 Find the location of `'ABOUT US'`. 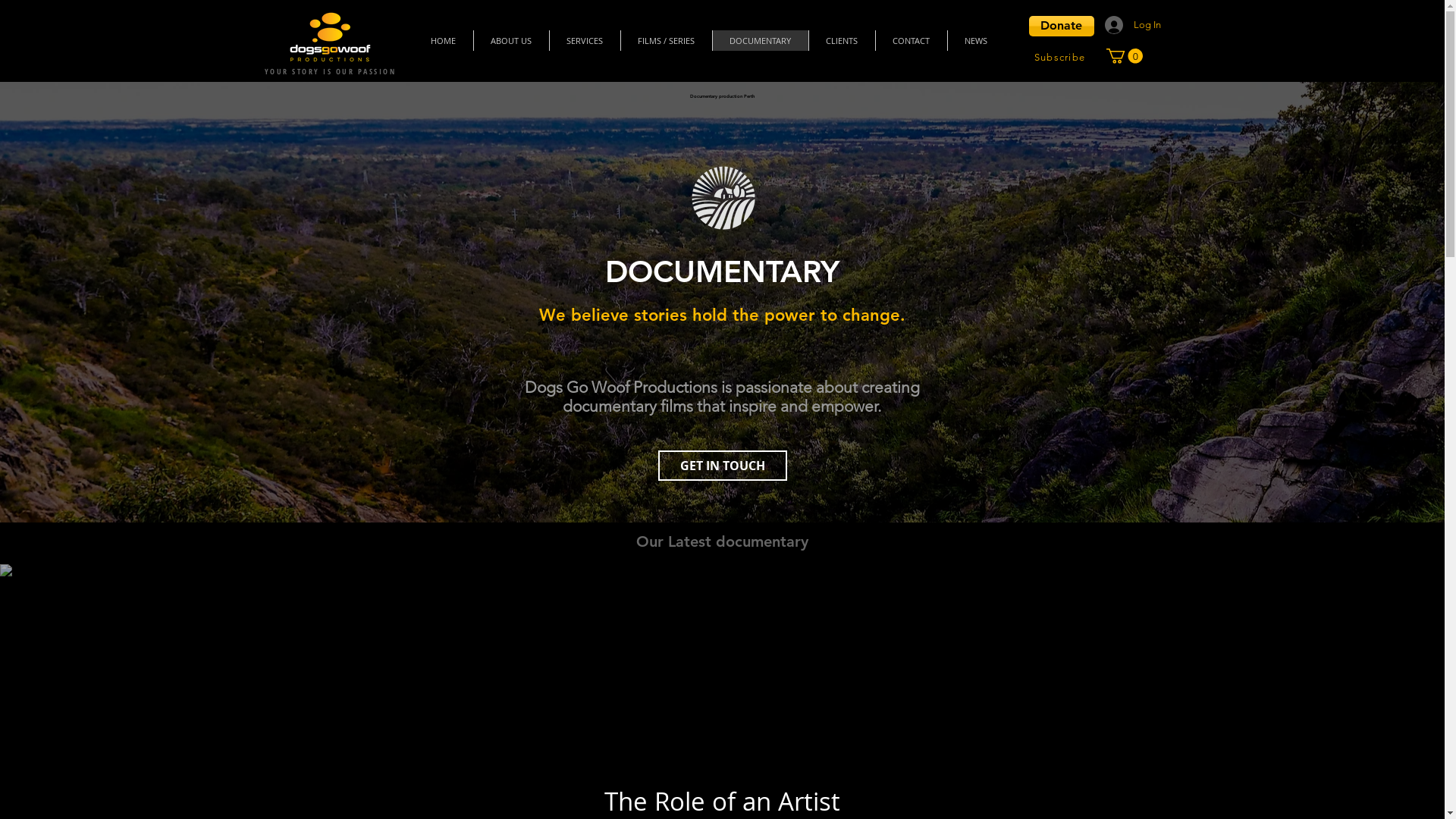

'ABOUT US' is located at coordinates (510, 39).